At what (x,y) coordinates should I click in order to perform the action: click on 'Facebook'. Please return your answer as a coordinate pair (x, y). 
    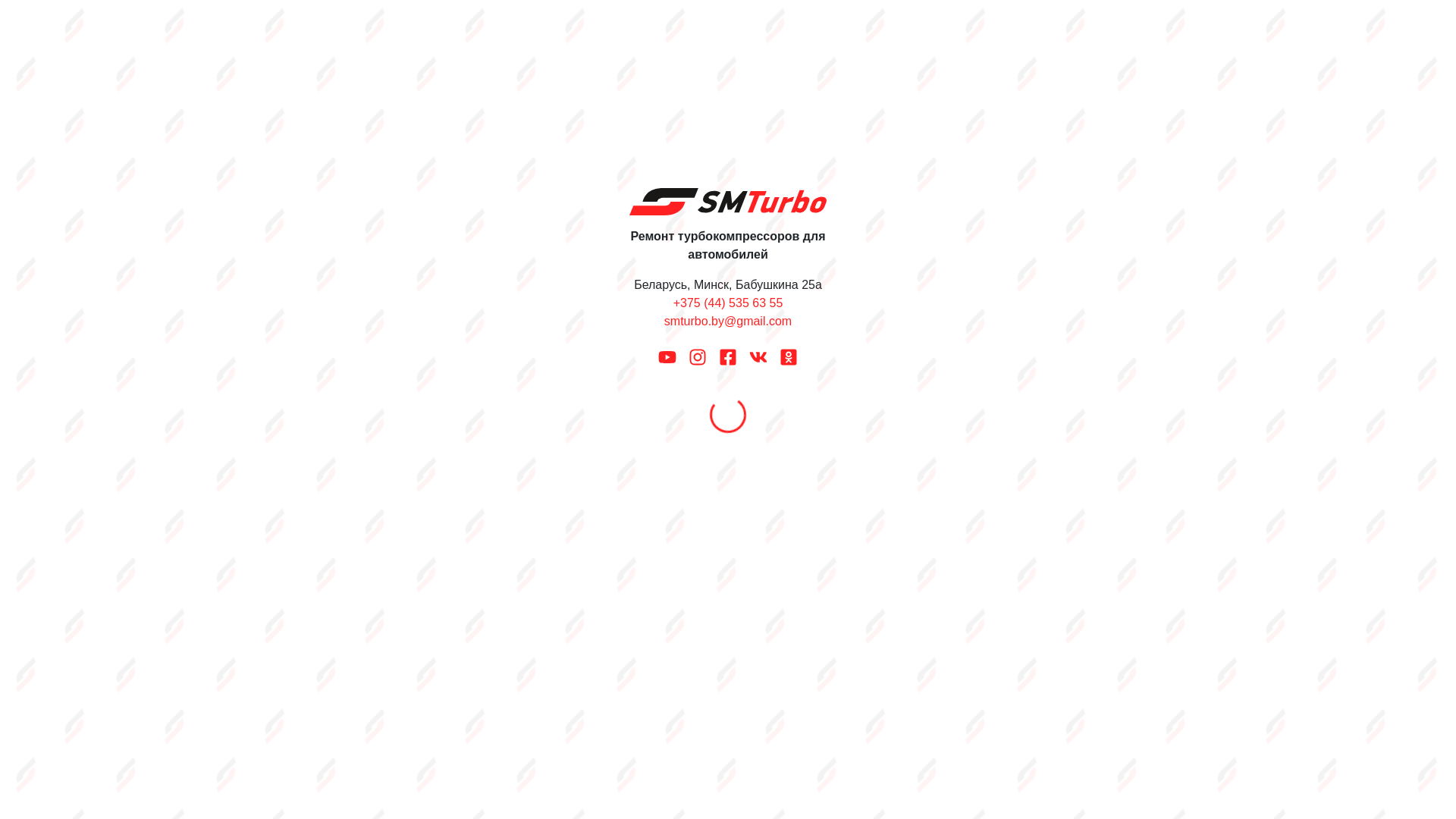
    Looking at the image, I should click on (728, 356).